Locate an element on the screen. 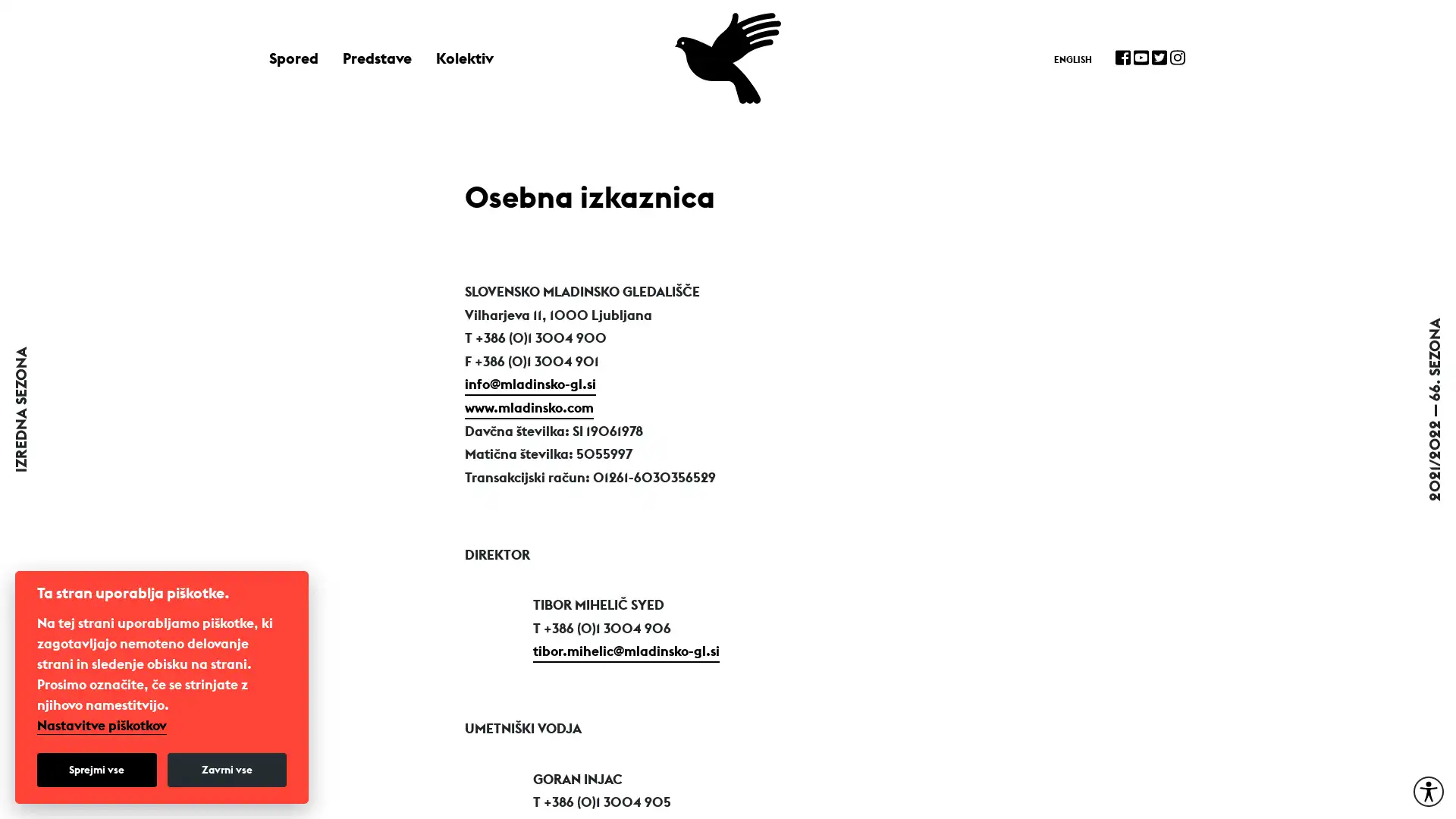  Sprejmi vse is located at coordinates (95, 769).